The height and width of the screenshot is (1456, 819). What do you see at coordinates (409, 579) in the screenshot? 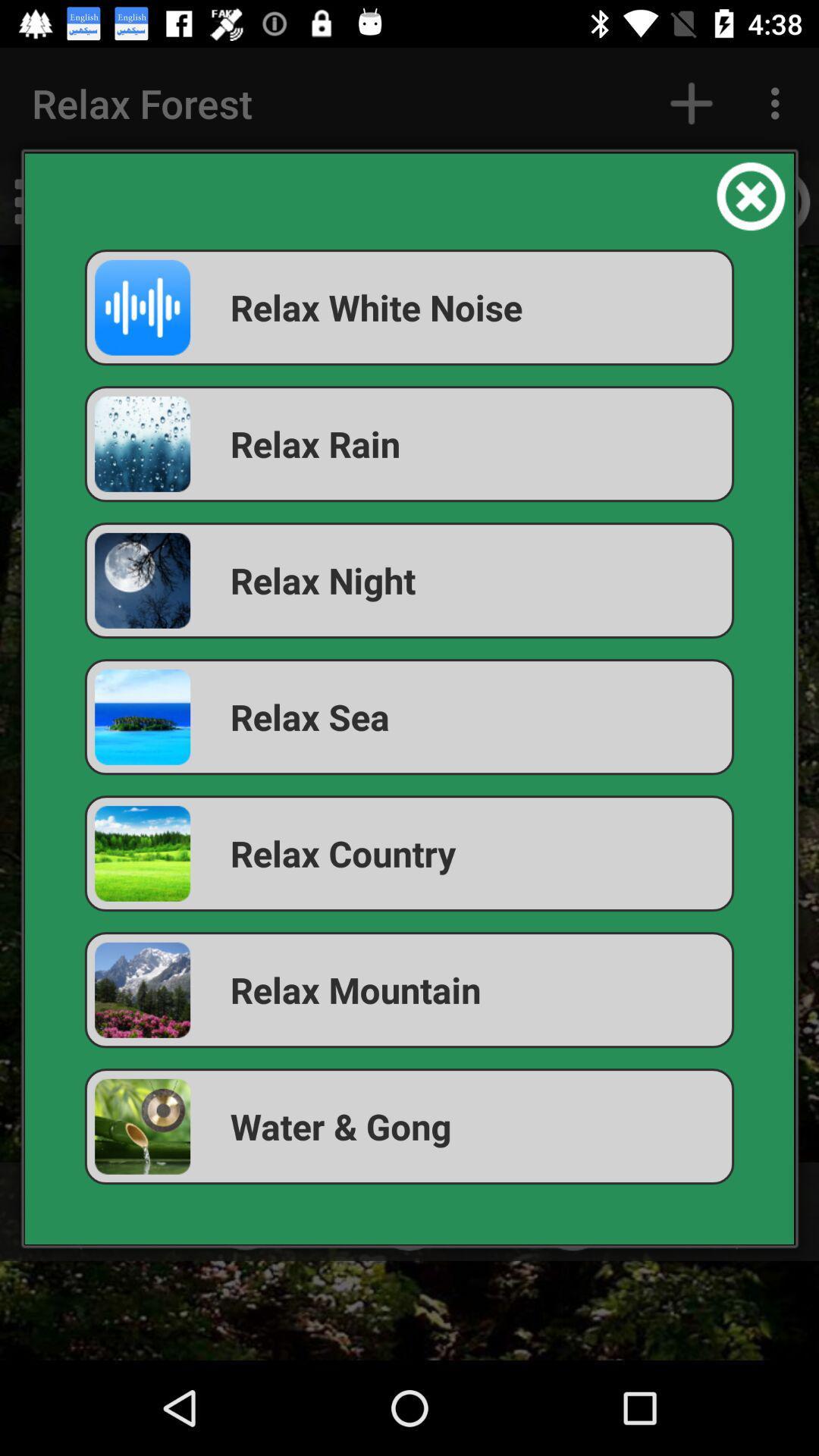
I see `the relax night` at bounding box center [409, 579].